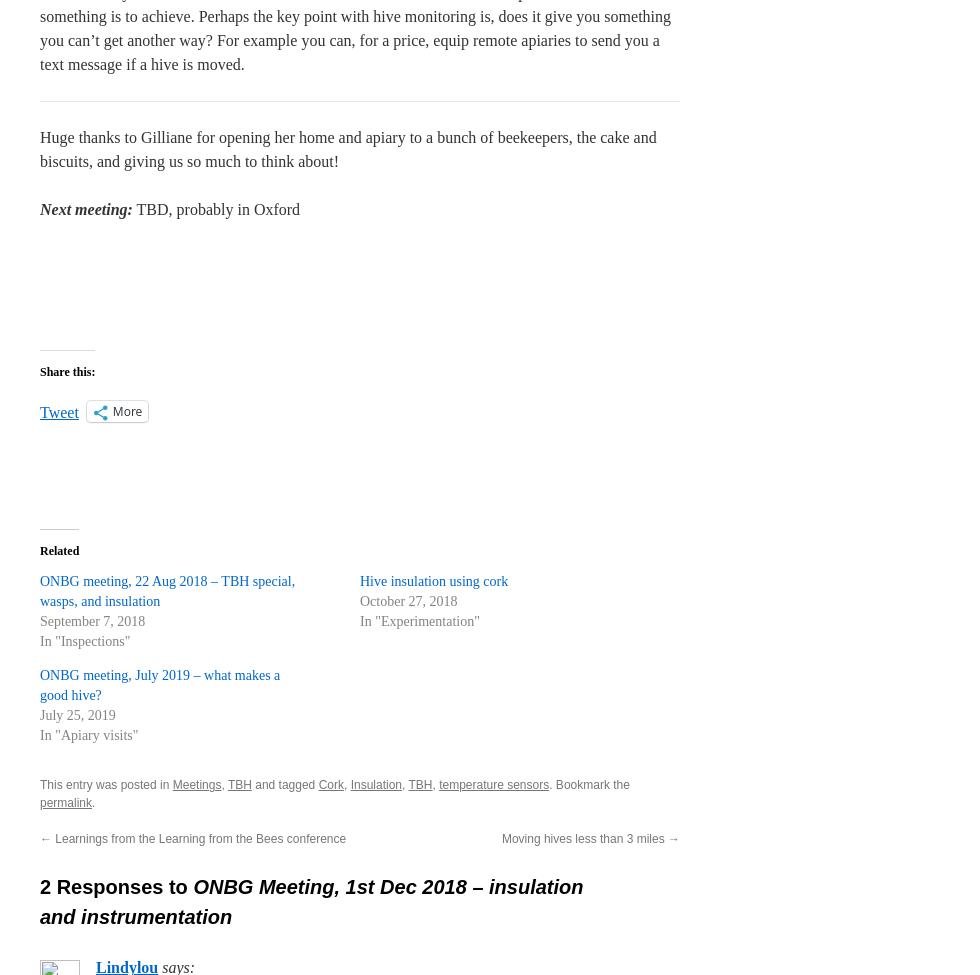  What do you see at coordinates (588, 784) in the screenshot?
I see `'. Bookmark the'` at bounding box center [588, 784].